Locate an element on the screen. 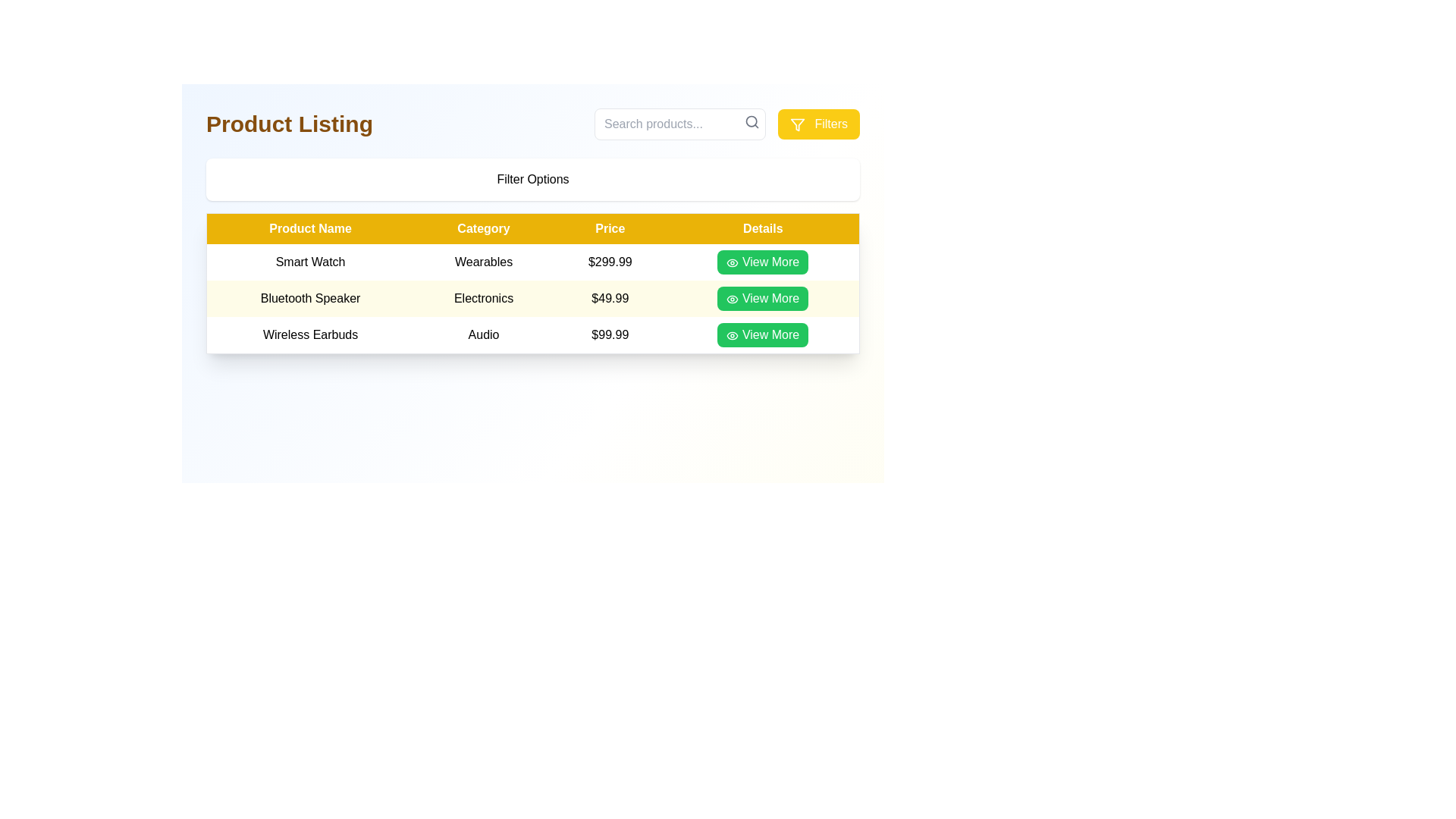 This screenshot has width=1456, height=819. the small yellow funnel-shaped icon styled as a filter symbol, located to the left of the 'Filters' button in the top-right area of the interface is located at coordinates (796, 124).